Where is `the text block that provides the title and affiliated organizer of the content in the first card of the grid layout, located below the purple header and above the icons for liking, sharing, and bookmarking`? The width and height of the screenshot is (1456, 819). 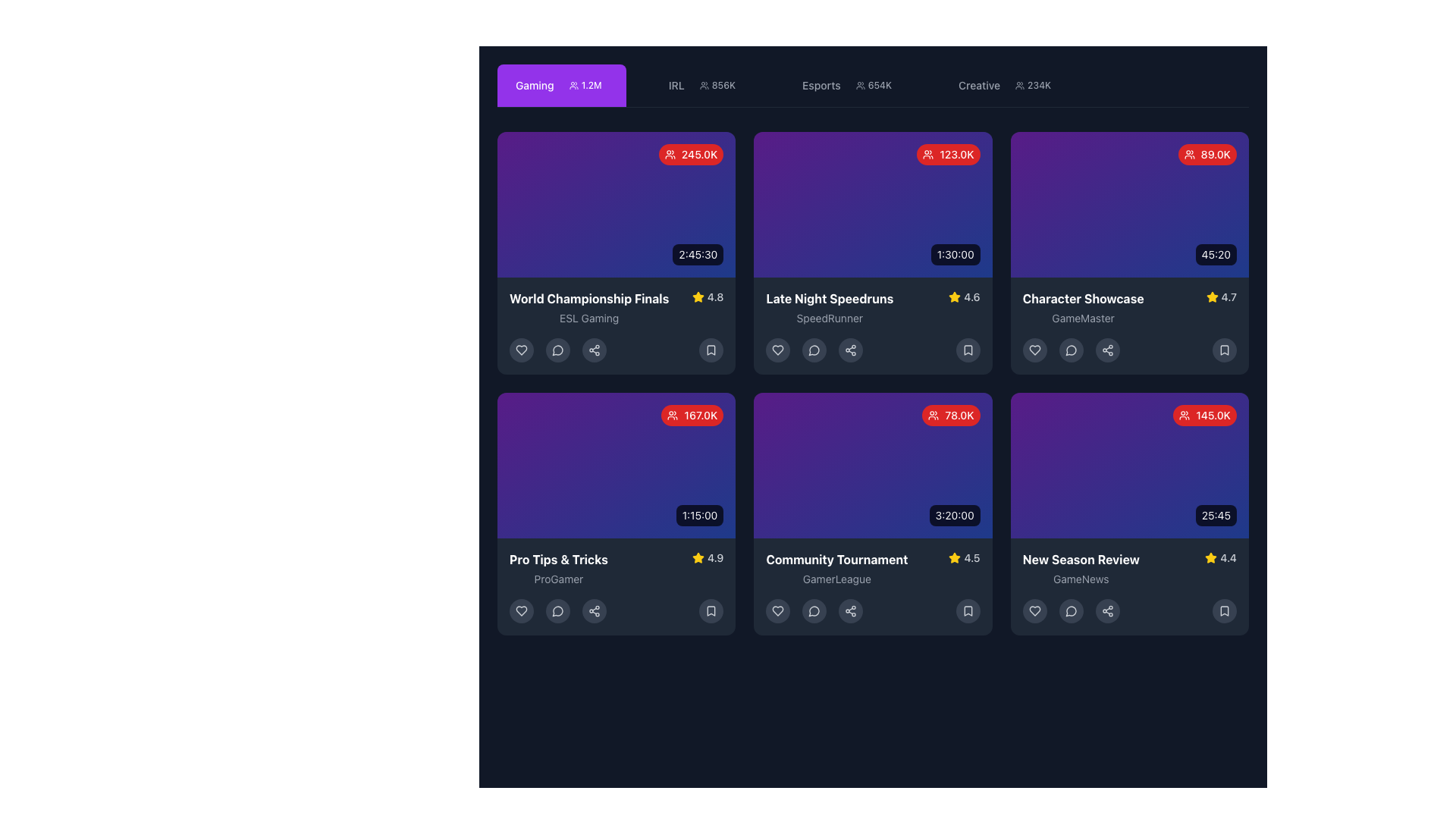
the text block that provides the title and affiliated organizer of the content in the first card of the grid layout, located below the purple header and above the icons for liking, sharing, and bookmarking is located at coordinates (588, 307).